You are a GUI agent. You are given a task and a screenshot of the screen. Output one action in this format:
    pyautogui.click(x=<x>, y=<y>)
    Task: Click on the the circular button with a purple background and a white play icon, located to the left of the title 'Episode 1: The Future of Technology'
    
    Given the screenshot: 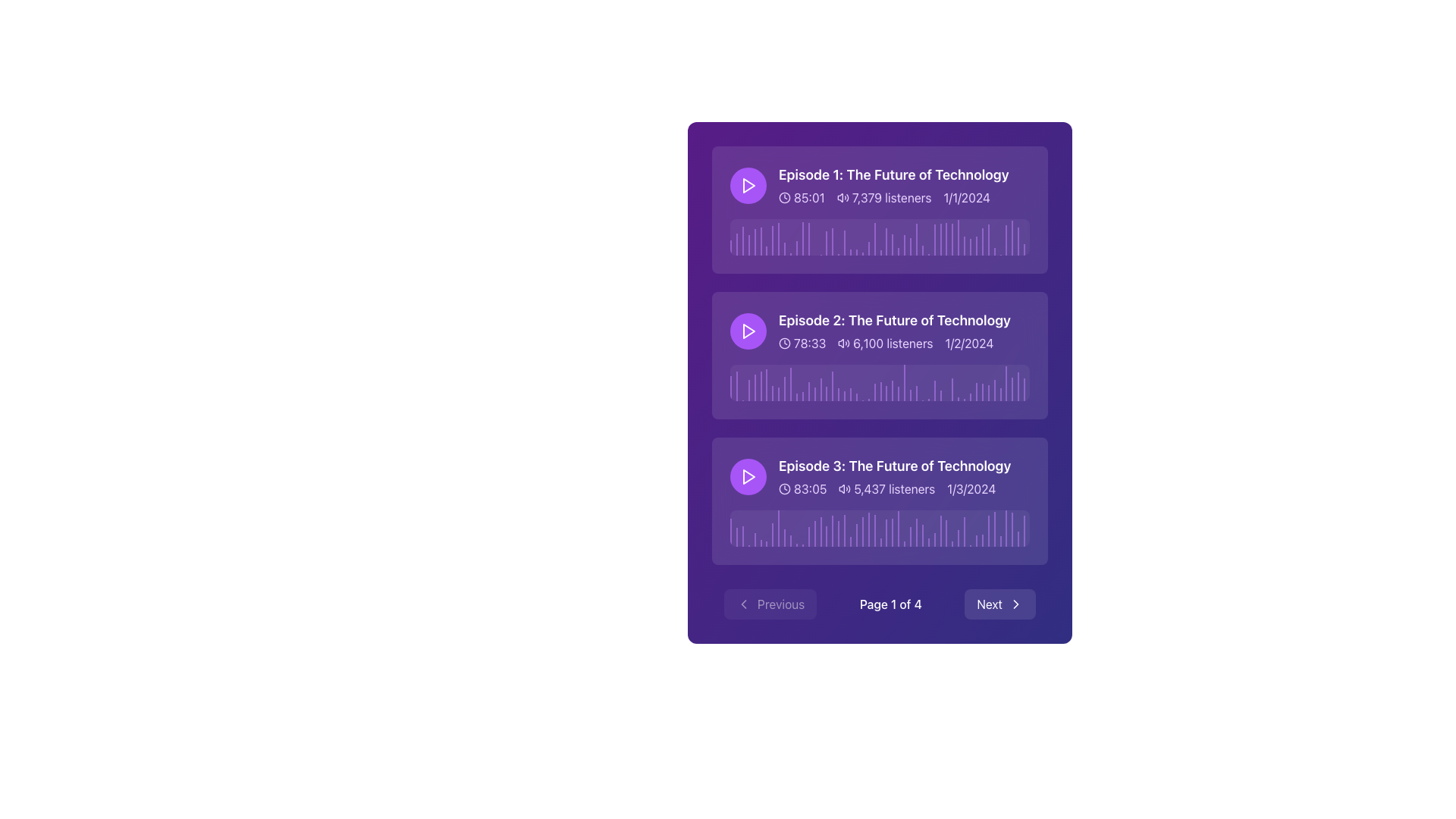 What is the action you would take?
    pyautogui.click(x=748, y=185)
    